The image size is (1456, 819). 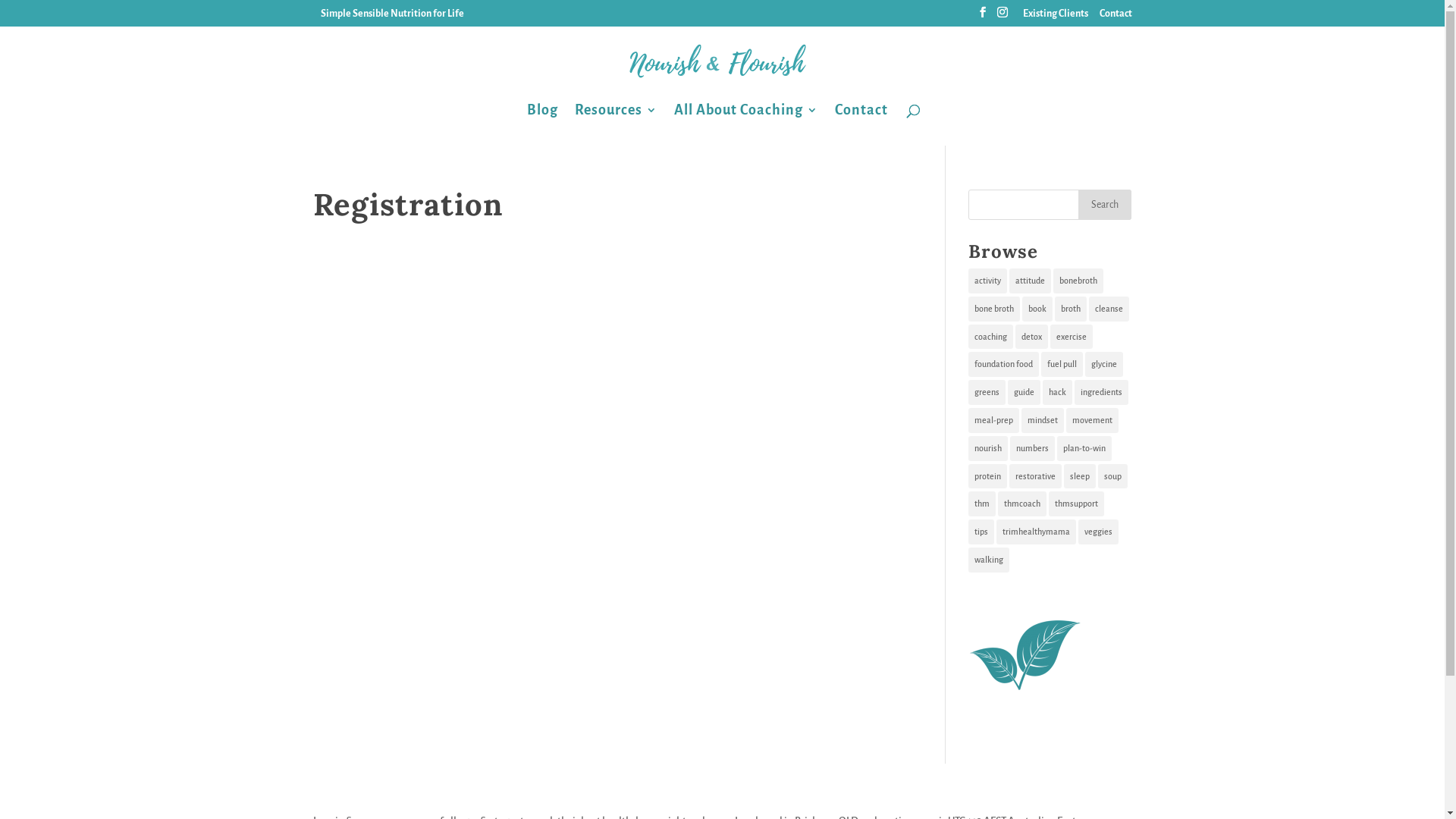 What do you see at coordinates (982, 504) in the screenshot?
I see `'thm'` at bounding box center [982, 504].